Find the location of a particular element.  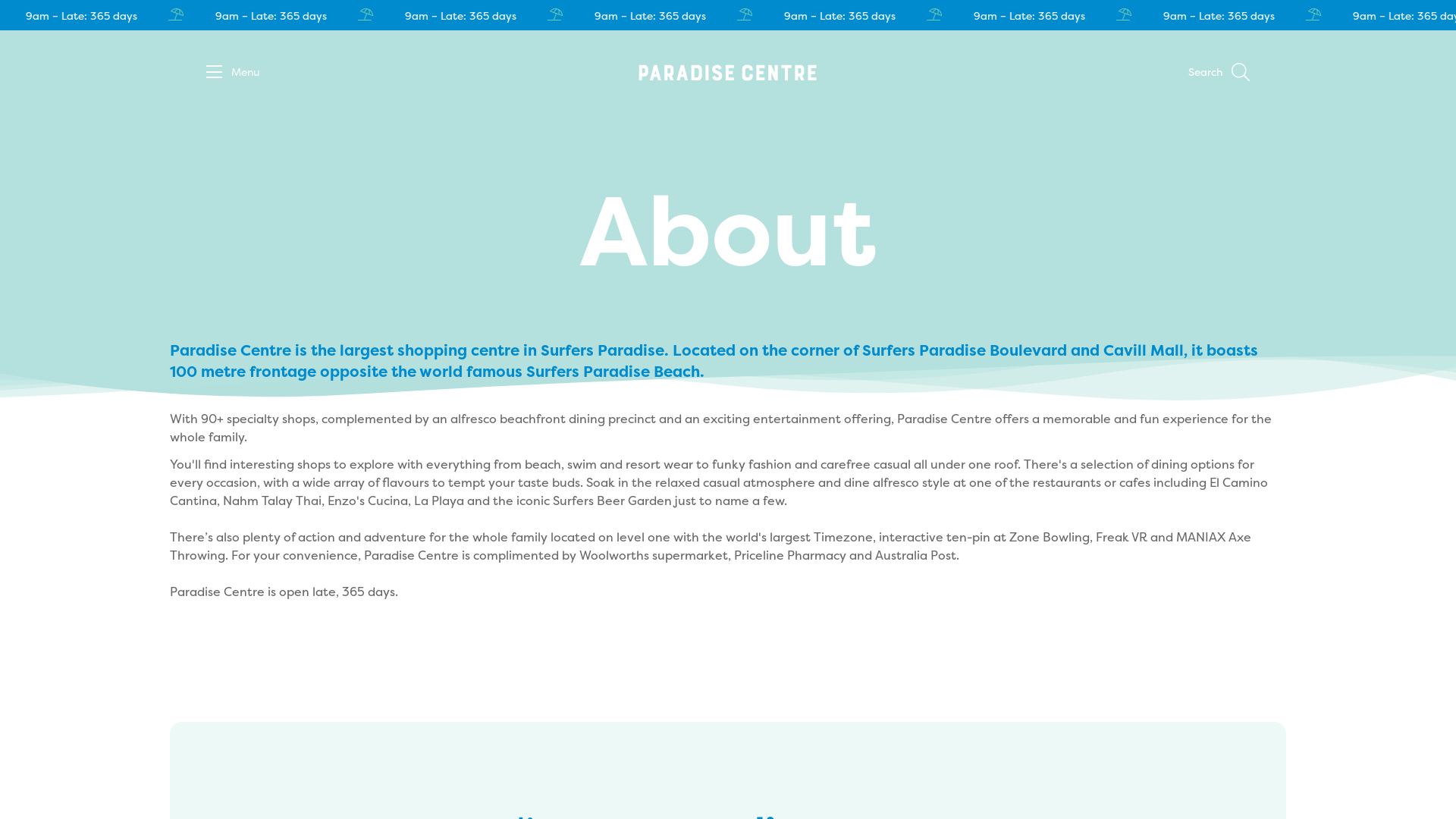

'Search' is located at coordinates (1187, 73).